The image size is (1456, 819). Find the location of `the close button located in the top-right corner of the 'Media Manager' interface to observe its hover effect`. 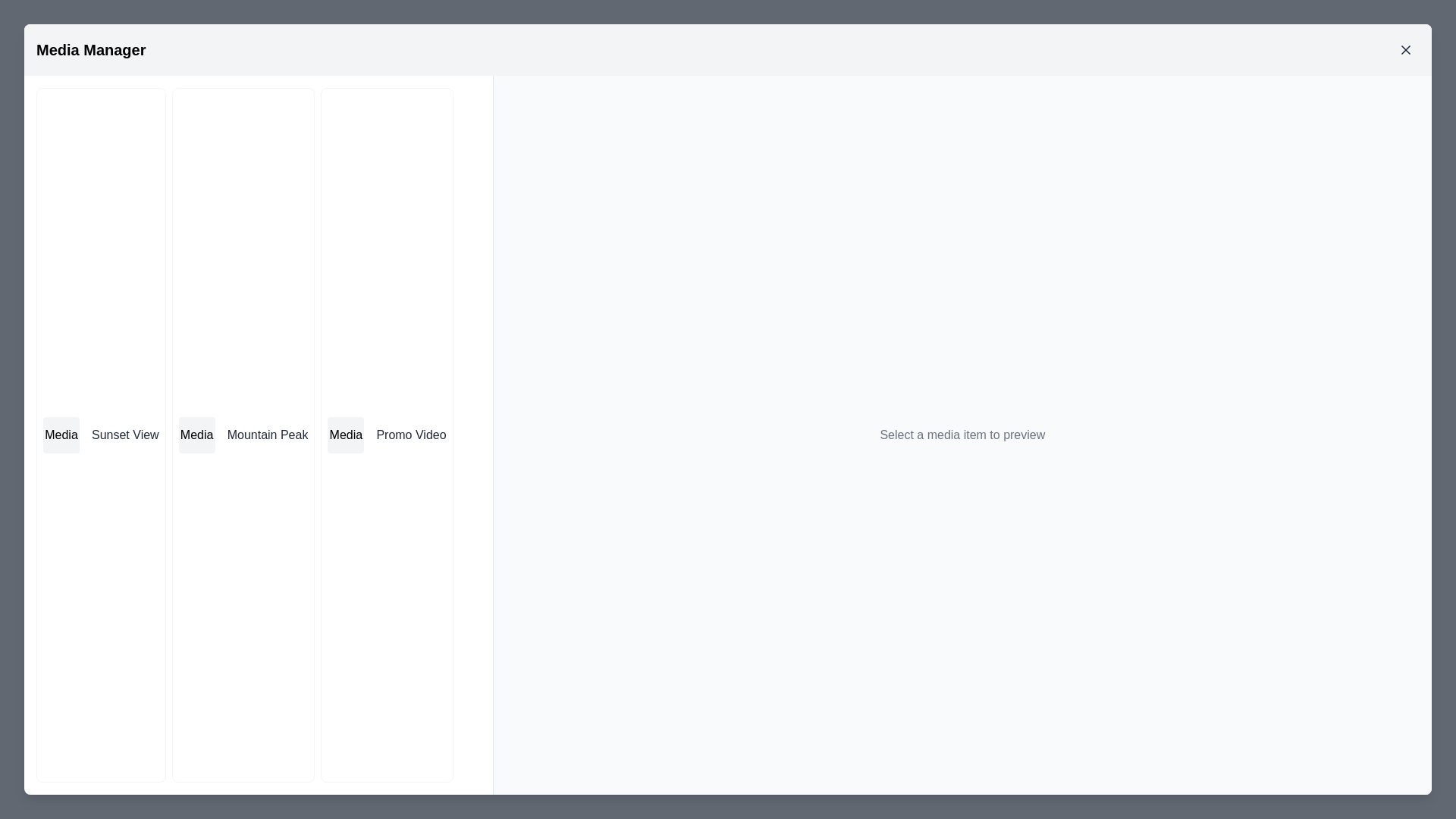

the close button located in the top-right corner of the 'Media Manager' interface to observe its hover effect is located at coordinates (1404, 49).